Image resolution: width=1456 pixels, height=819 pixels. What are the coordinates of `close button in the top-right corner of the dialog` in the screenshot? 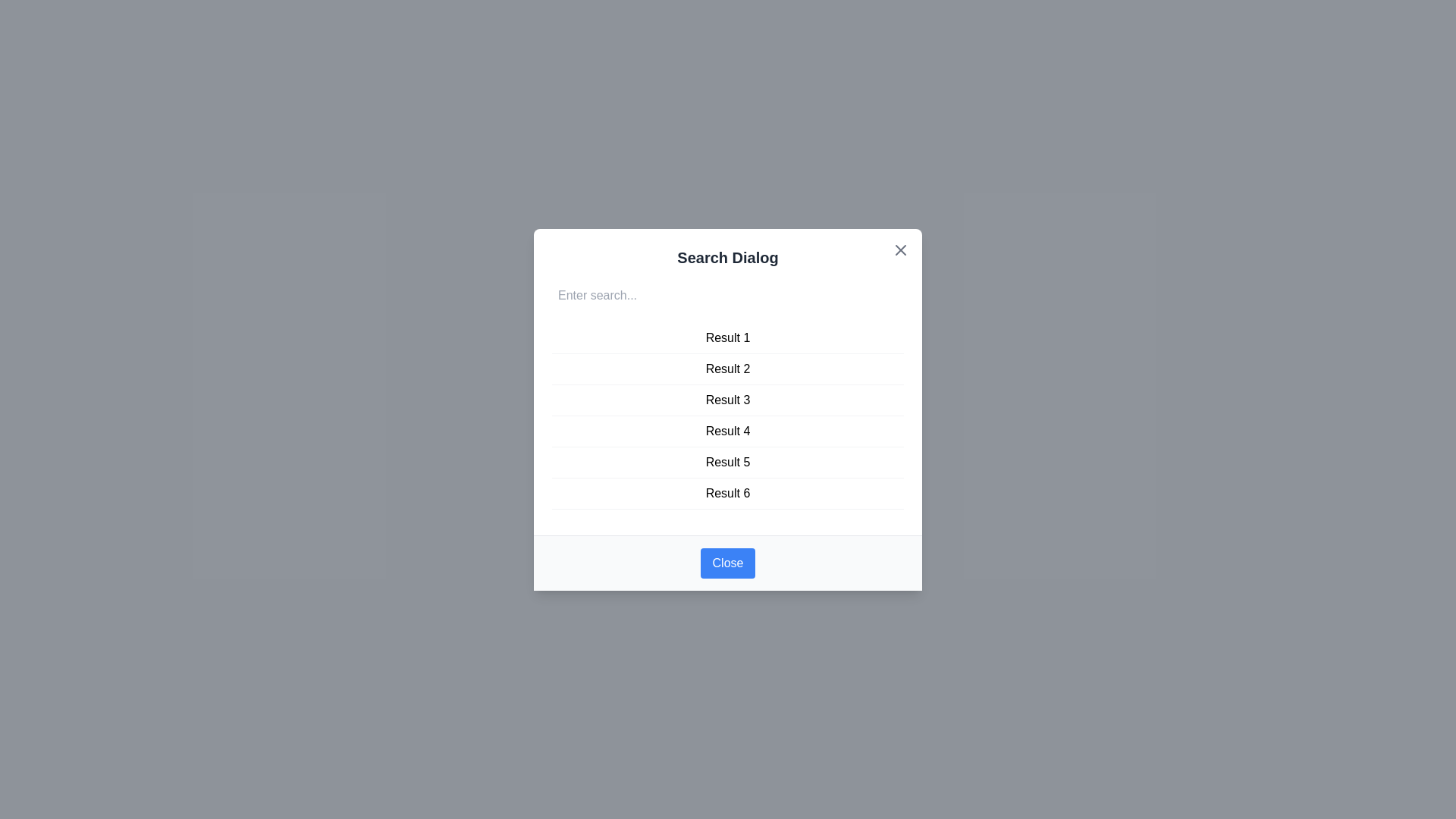 It's located at (901, 249).